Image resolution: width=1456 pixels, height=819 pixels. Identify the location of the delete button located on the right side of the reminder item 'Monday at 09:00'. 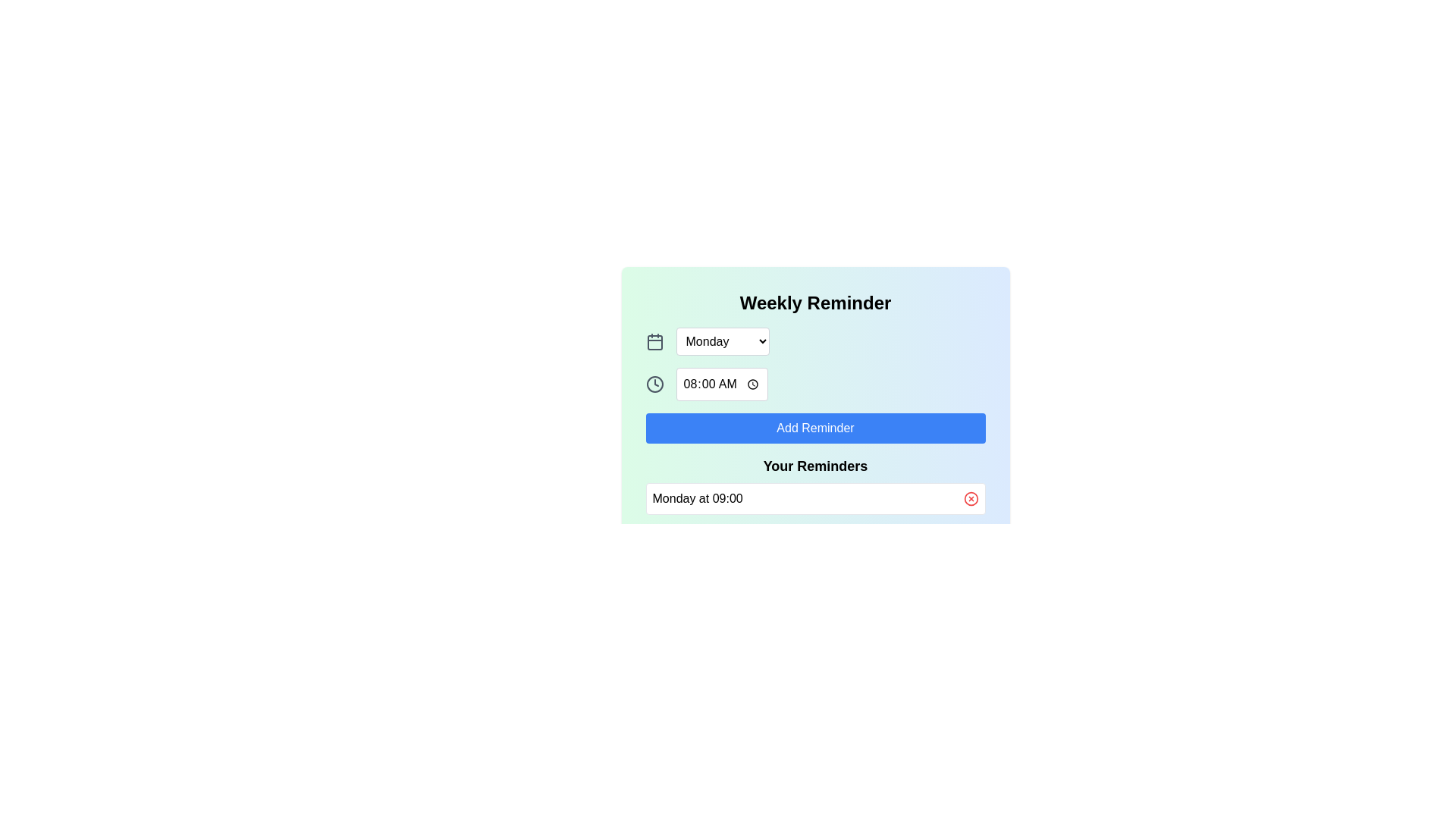
(971, 499).